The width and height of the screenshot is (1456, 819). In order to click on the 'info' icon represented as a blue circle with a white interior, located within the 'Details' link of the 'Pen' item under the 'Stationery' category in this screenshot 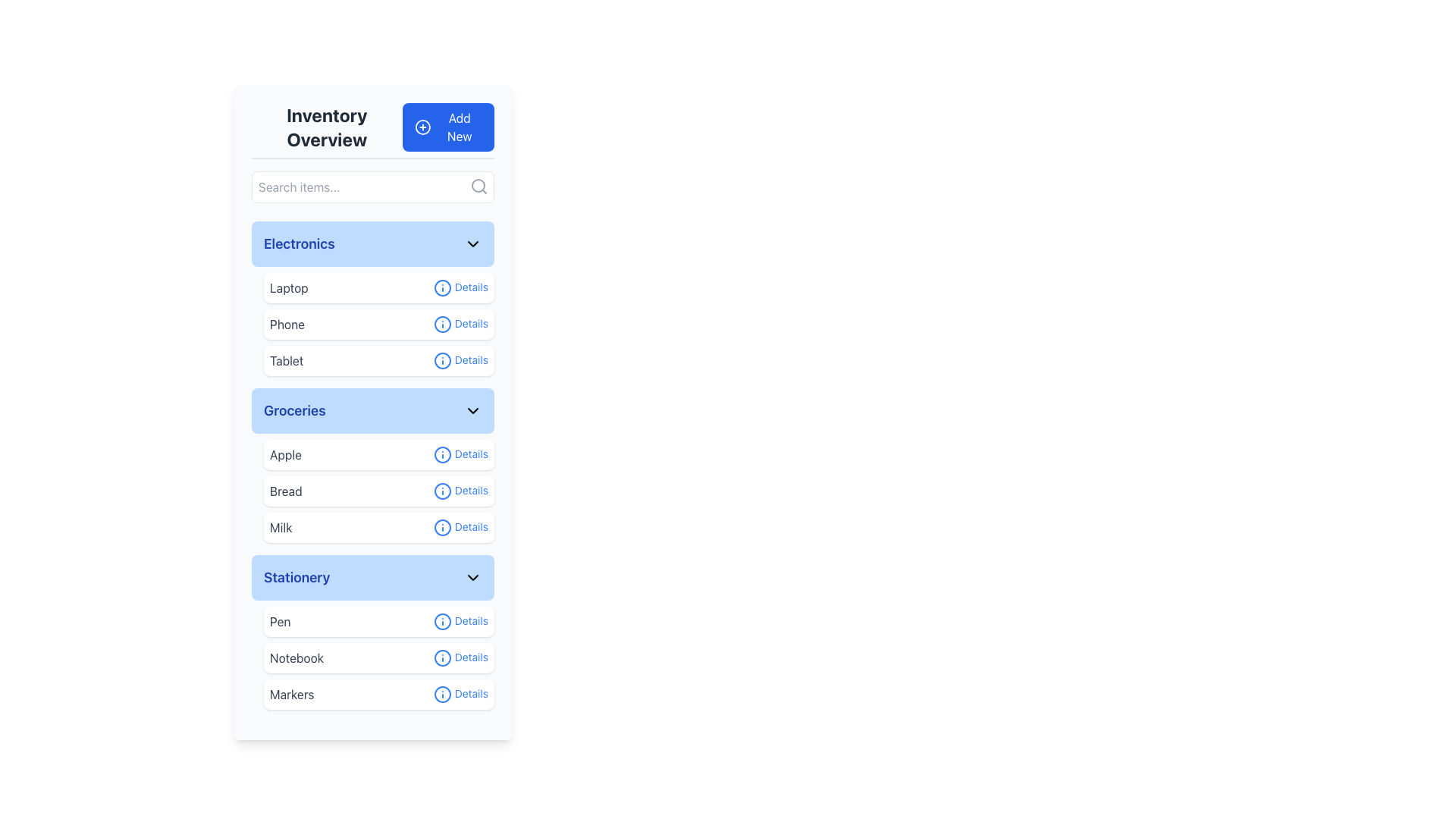, I will do `click(441, 622)`.